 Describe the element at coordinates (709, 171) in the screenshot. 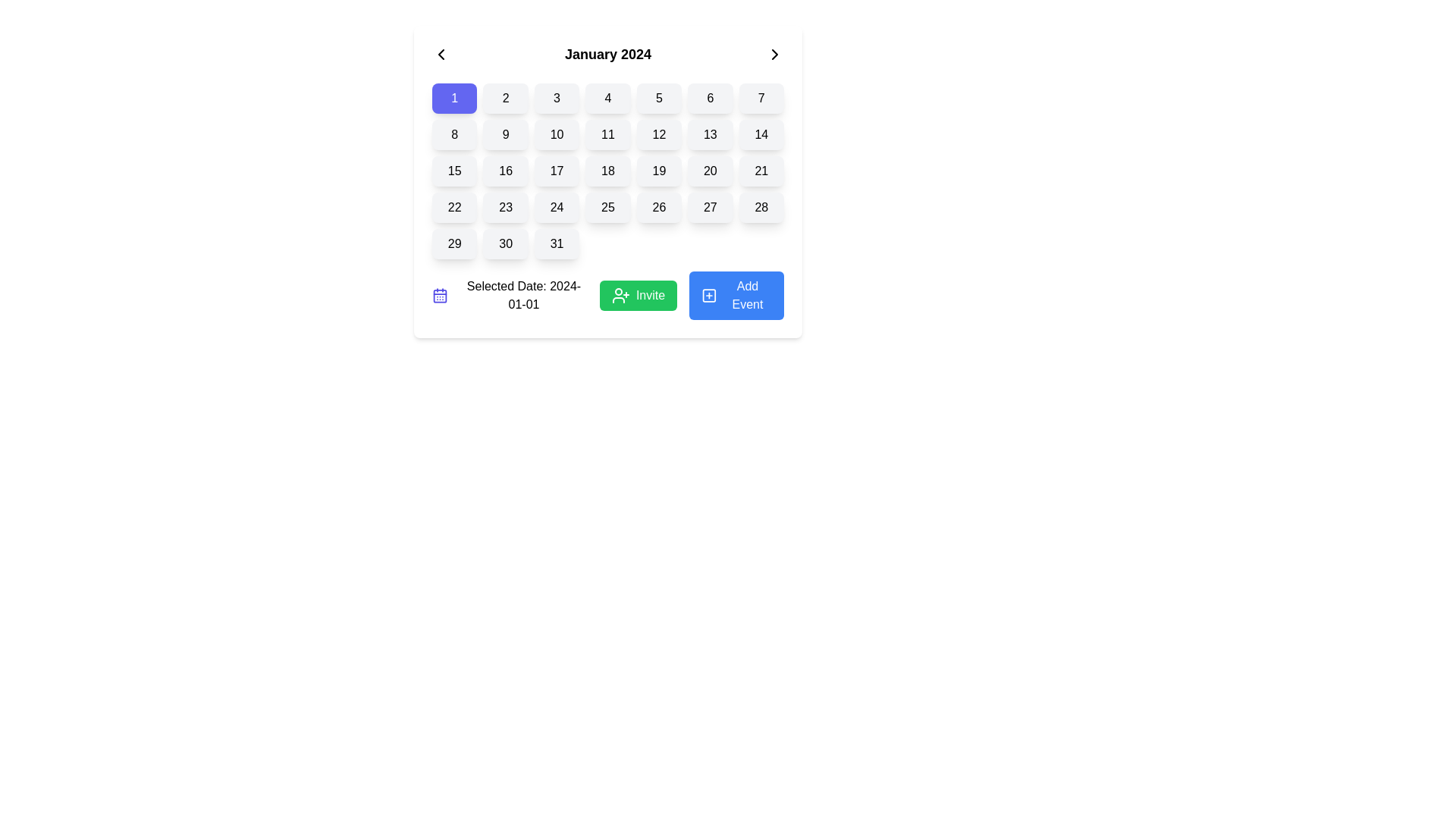

I see `the date button representing '20' in the calendar interface, located in the third row and sixth column of the grid` at that location.